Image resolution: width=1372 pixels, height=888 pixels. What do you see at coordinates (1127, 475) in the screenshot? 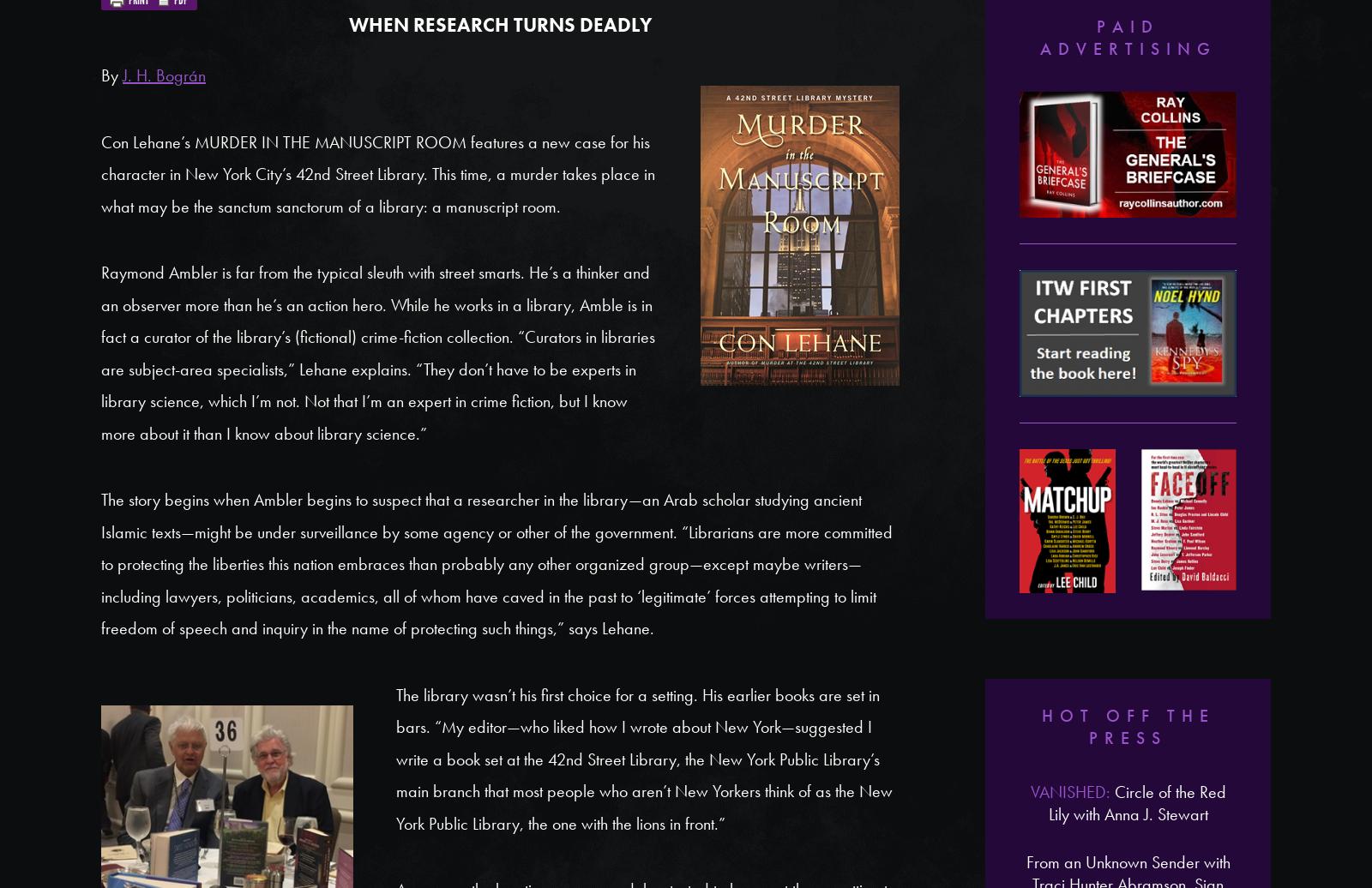
I see `'The Girl Who Lied'` at bounding box center [1127, 475].